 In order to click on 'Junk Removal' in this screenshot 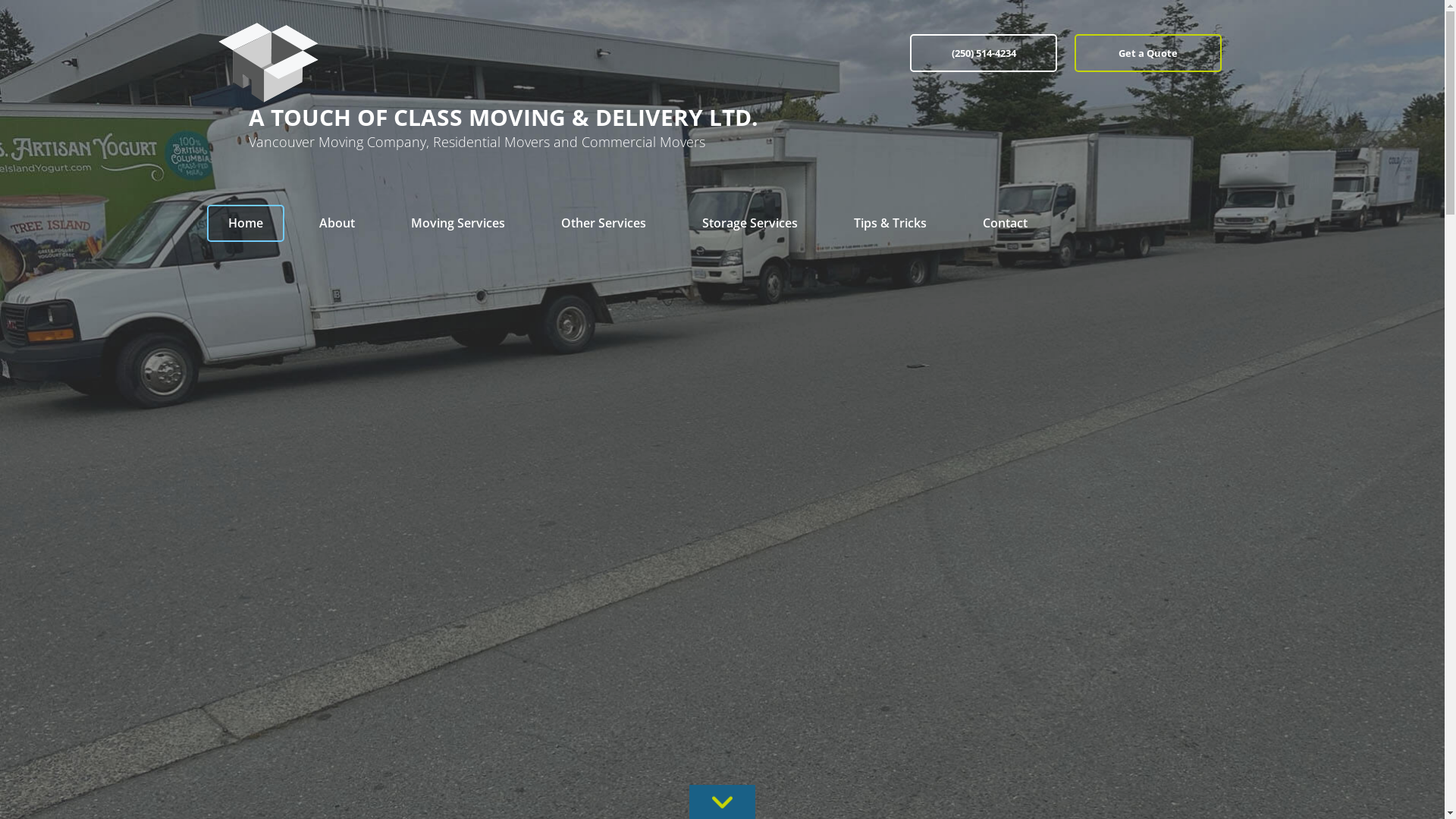, I will do `click(539, 256)`.